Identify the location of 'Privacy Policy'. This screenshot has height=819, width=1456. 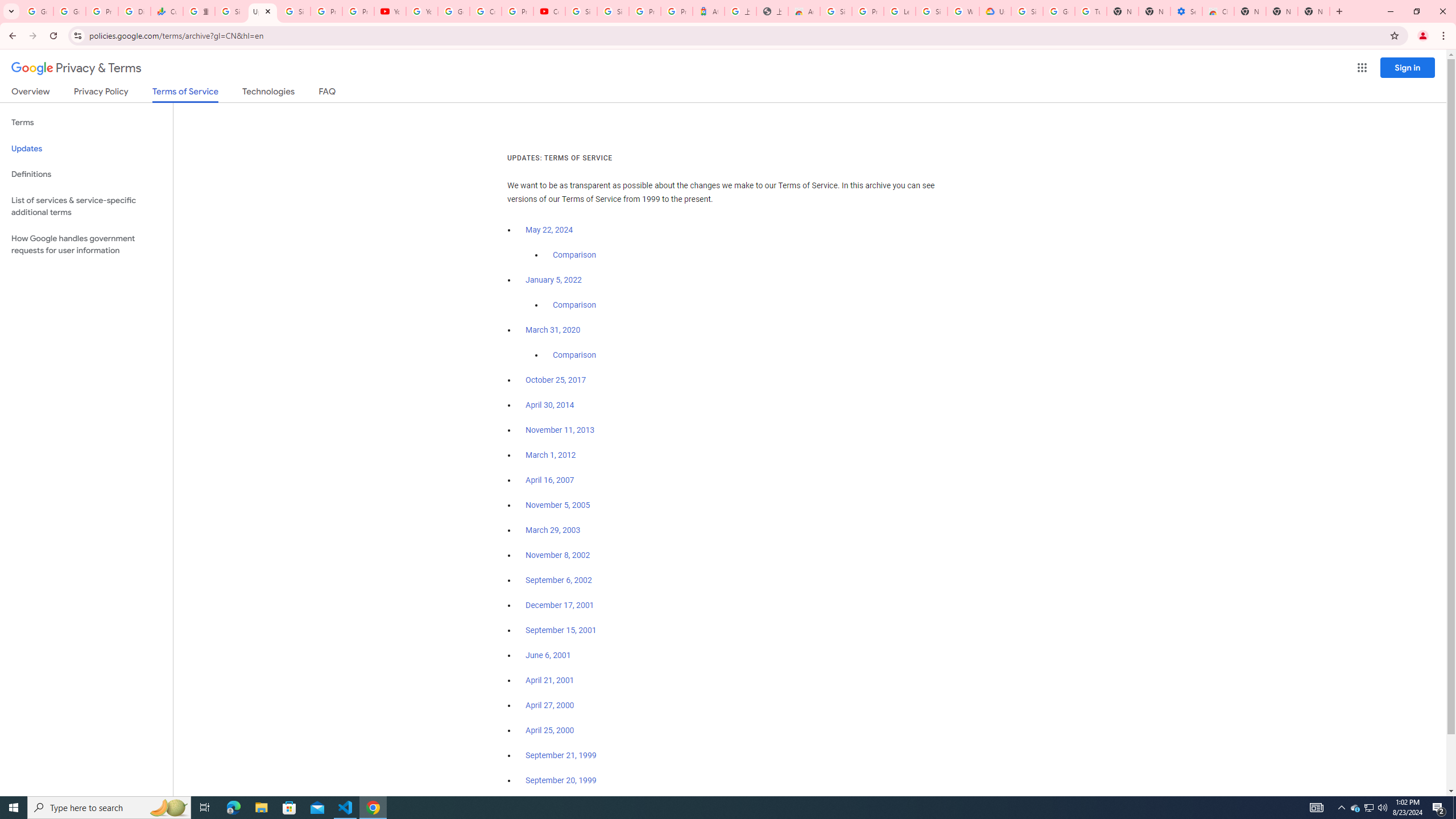
(100, 93).